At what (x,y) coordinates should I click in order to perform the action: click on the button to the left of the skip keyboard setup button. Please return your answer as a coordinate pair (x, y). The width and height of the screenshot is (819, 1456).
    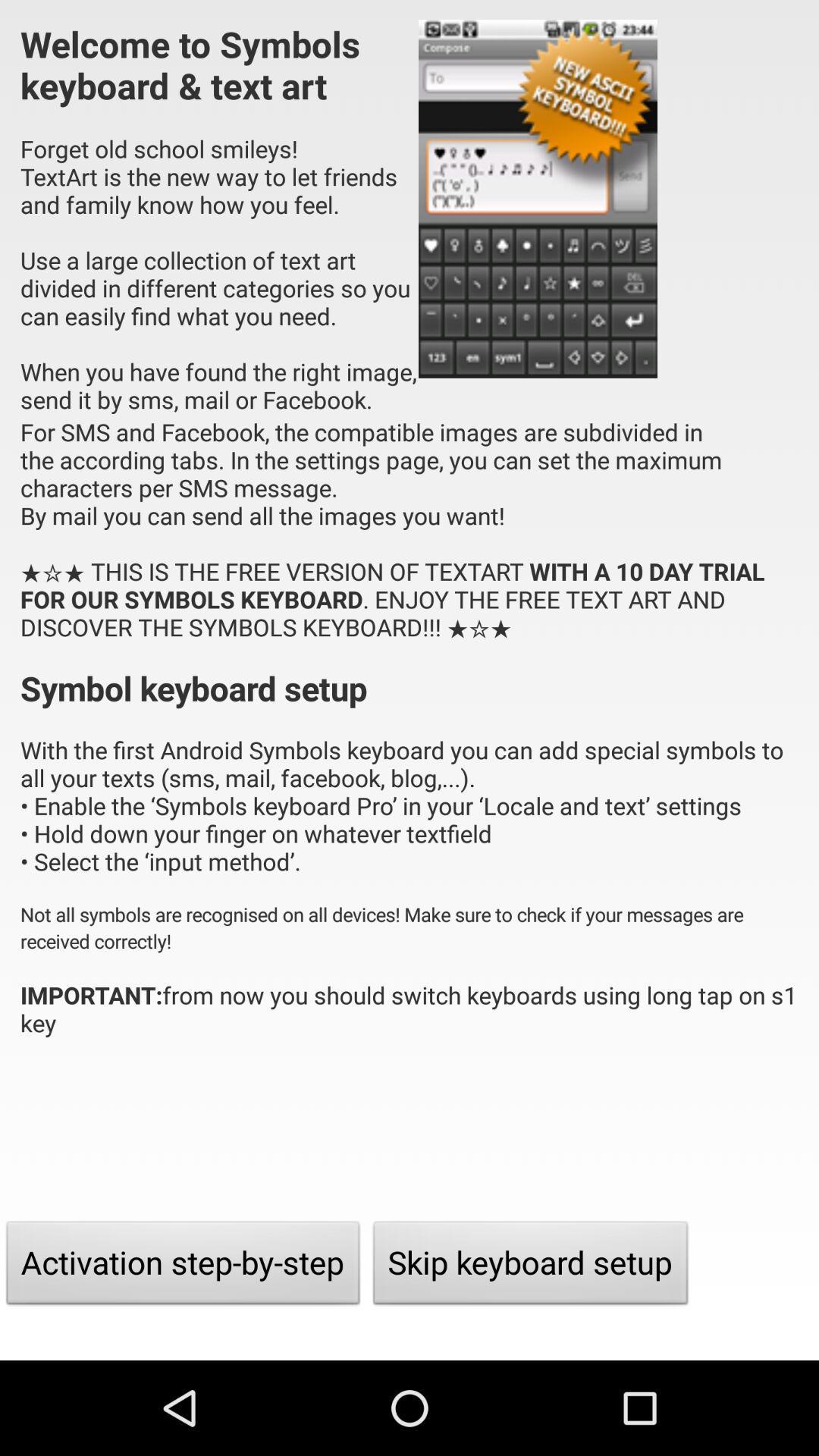
    Looking at the image, I should click on (182, 1266).